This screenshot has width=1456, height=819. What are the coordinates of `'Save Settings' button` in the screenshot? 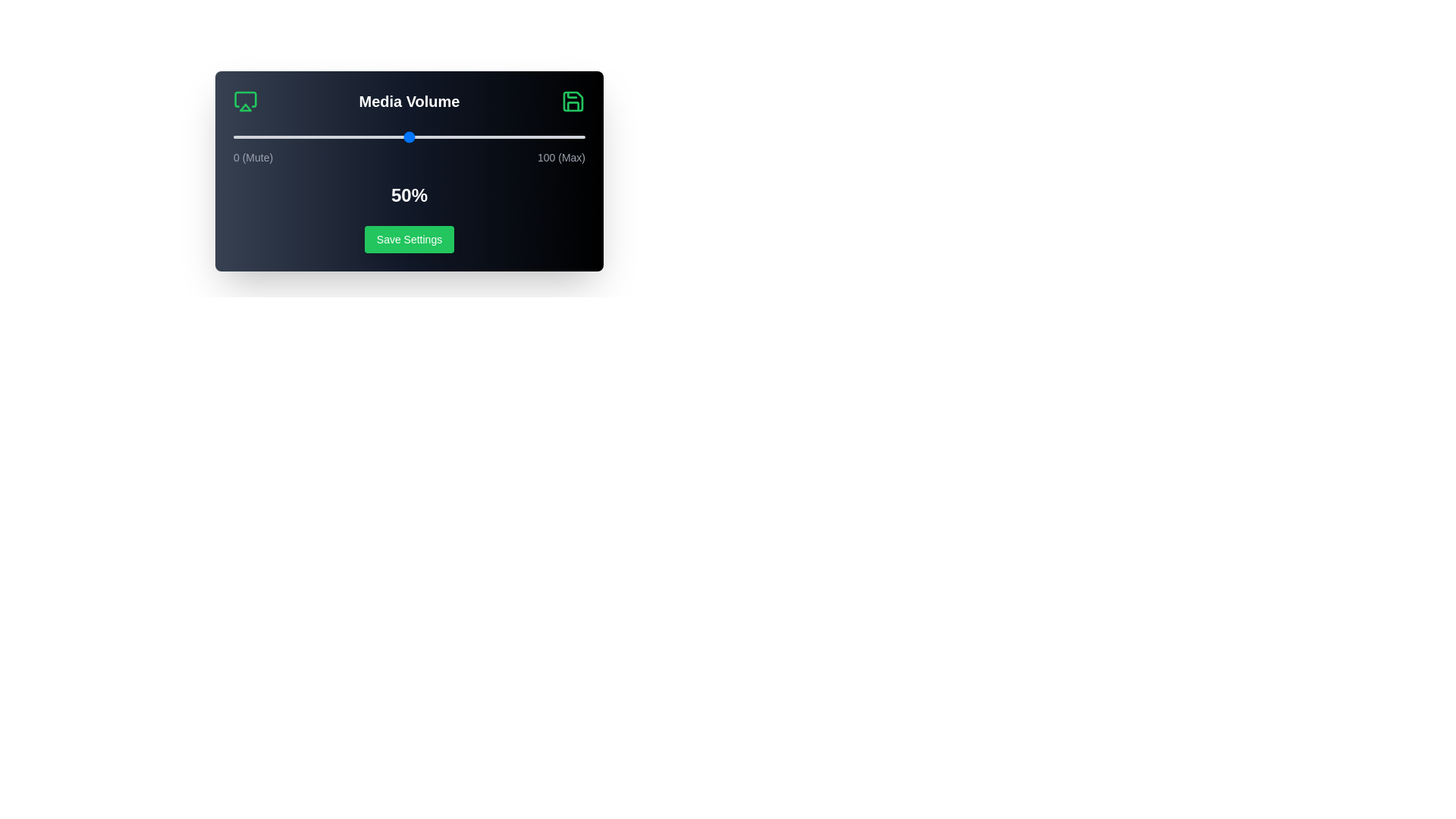 It's located at (409, 239).